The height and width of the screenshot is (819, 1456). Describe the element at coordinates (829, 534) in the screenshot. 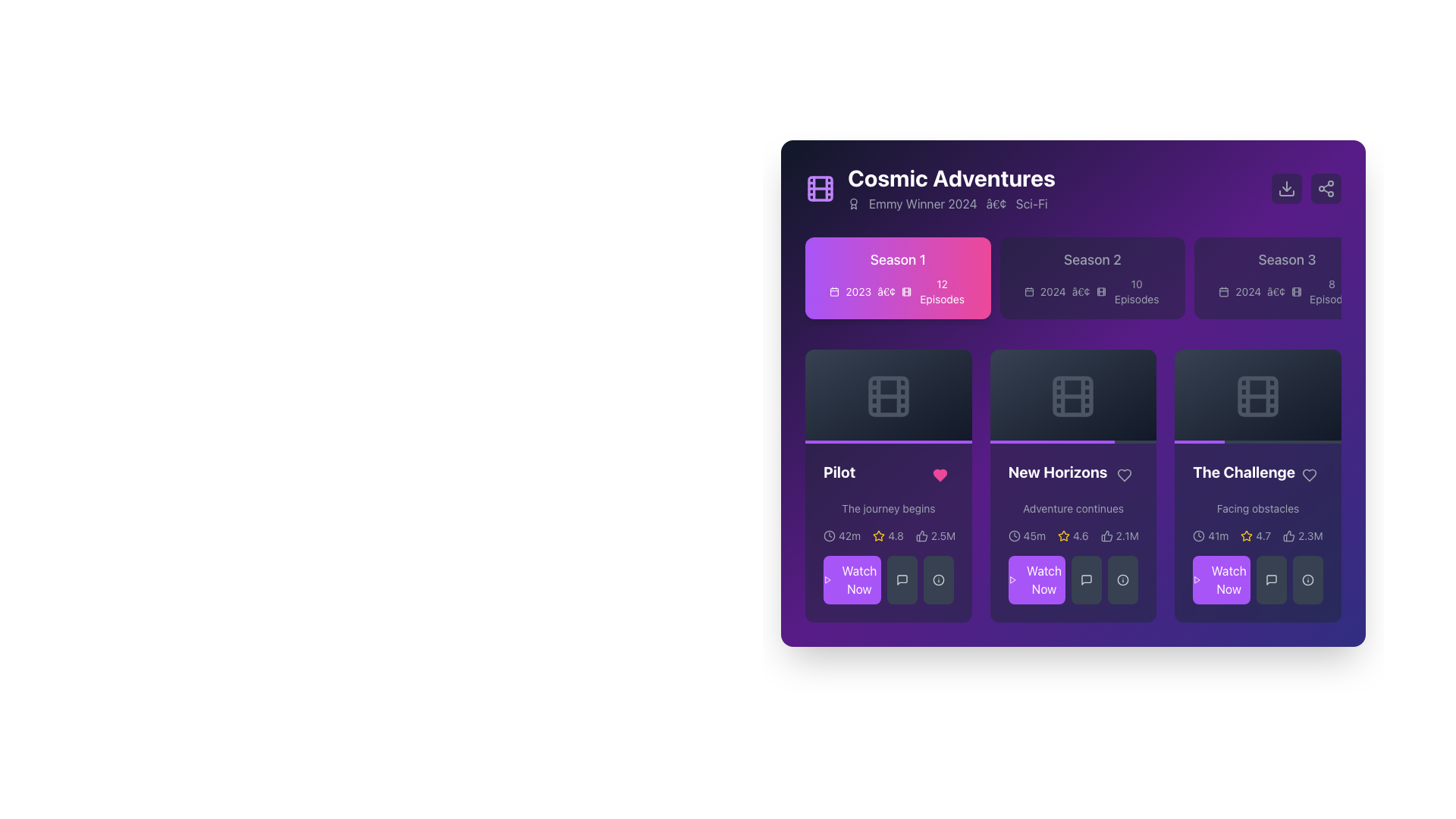

I see `the time-related icon located to the left of the '42m' time label in the 'Pilot' content card` at that location.